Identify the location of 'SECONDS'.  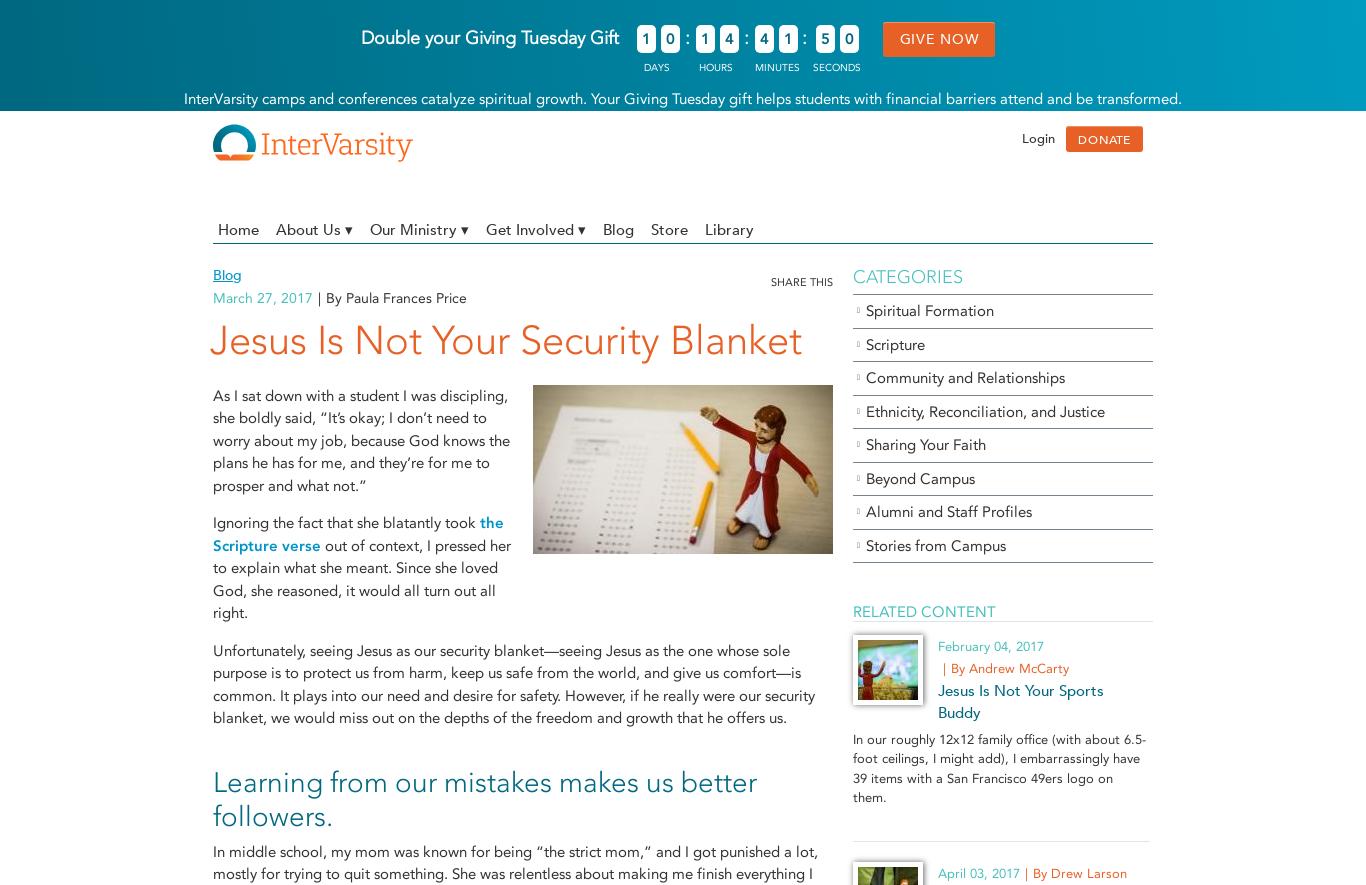
(810, 66).